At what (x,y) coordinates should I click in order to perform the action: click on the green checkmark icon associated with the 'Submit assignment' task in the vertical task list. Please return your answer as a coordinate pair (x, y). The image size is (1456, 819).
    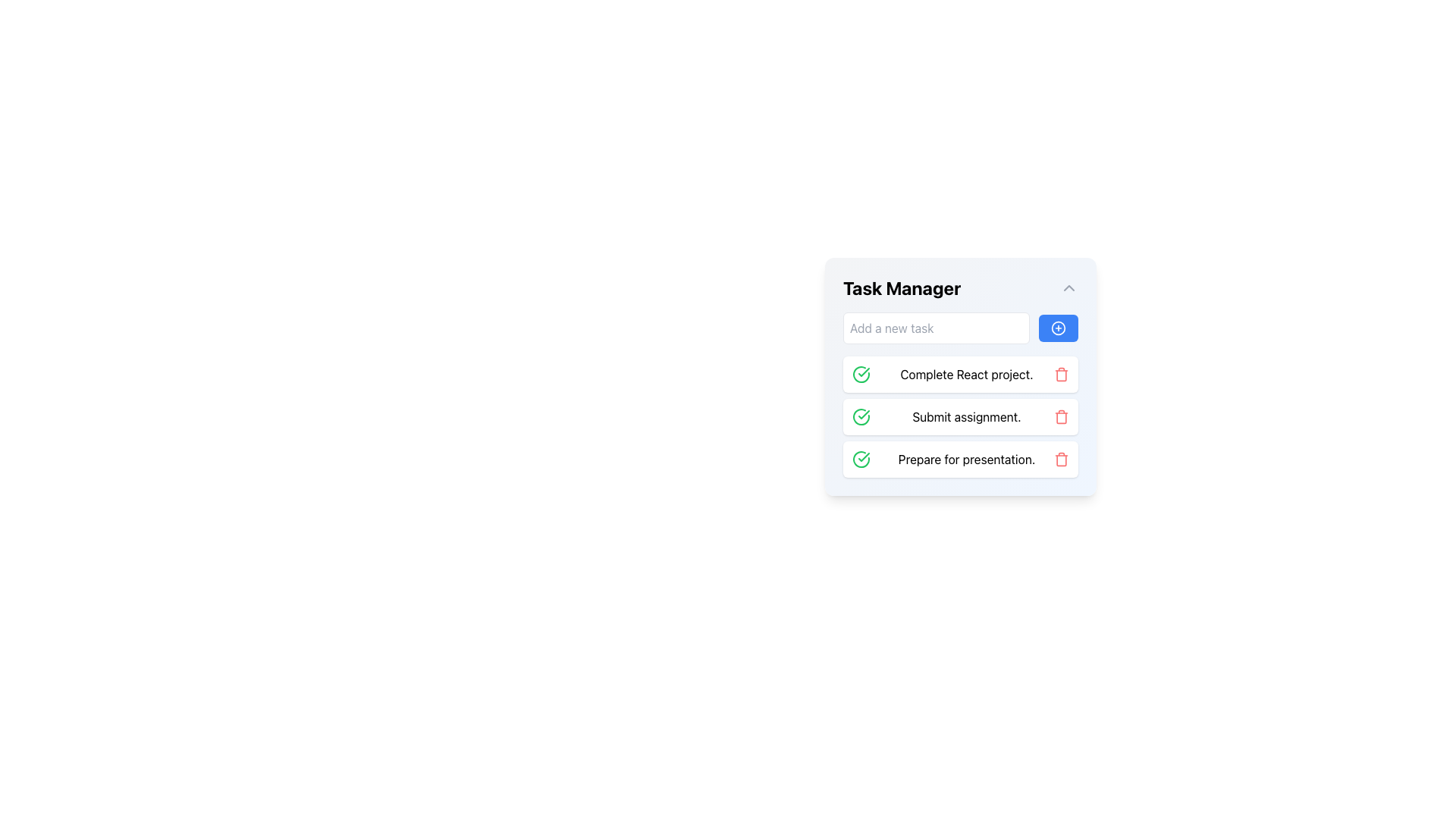
    Looking at the image, I should click on (861, 417).